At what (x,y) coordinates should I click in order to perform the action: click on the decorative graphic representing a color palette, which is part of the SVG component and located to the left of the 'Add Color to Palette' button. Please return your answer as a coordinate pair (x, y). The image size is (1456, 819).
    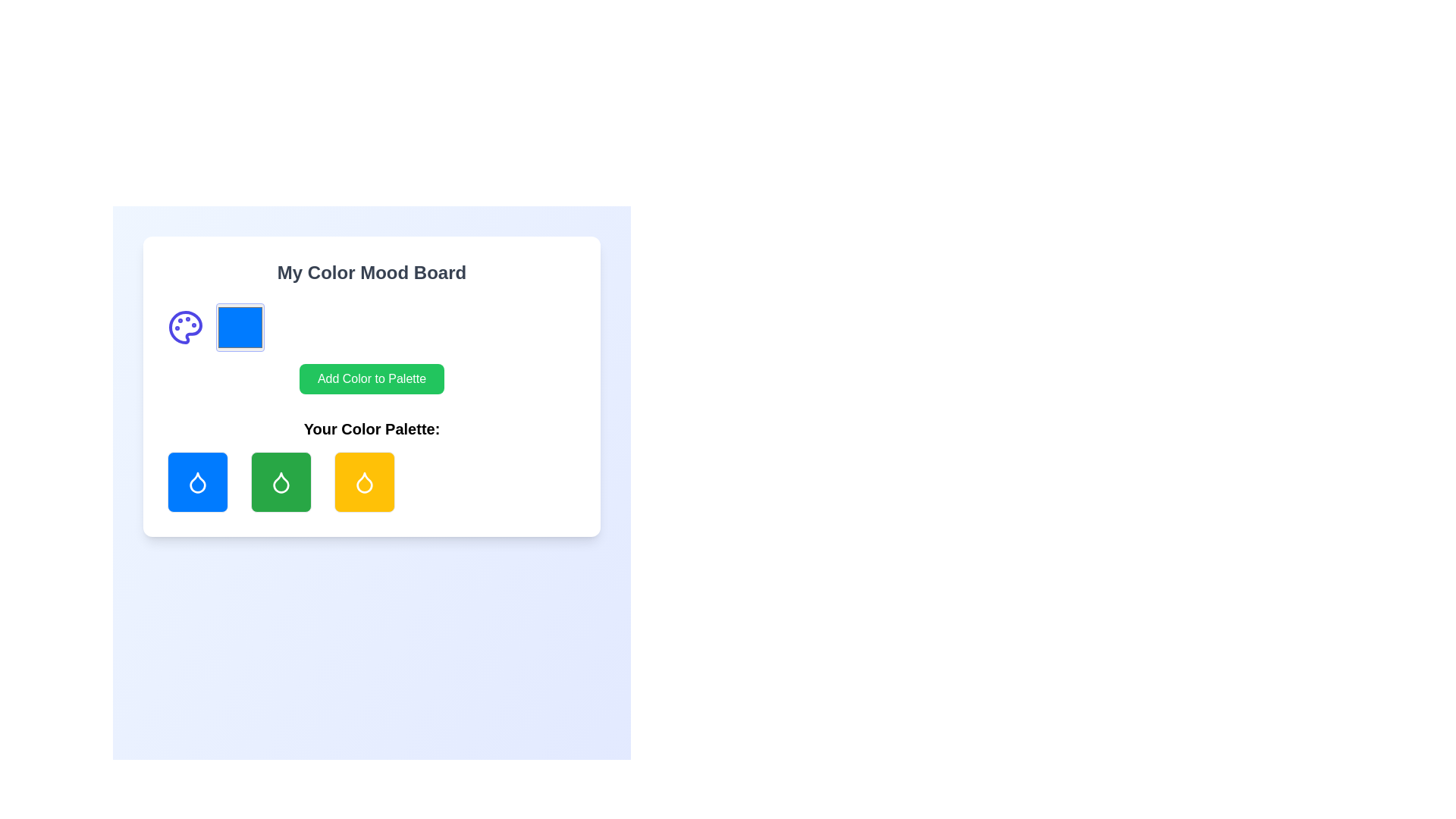
    Looking at the image, I should click on (184, 327).